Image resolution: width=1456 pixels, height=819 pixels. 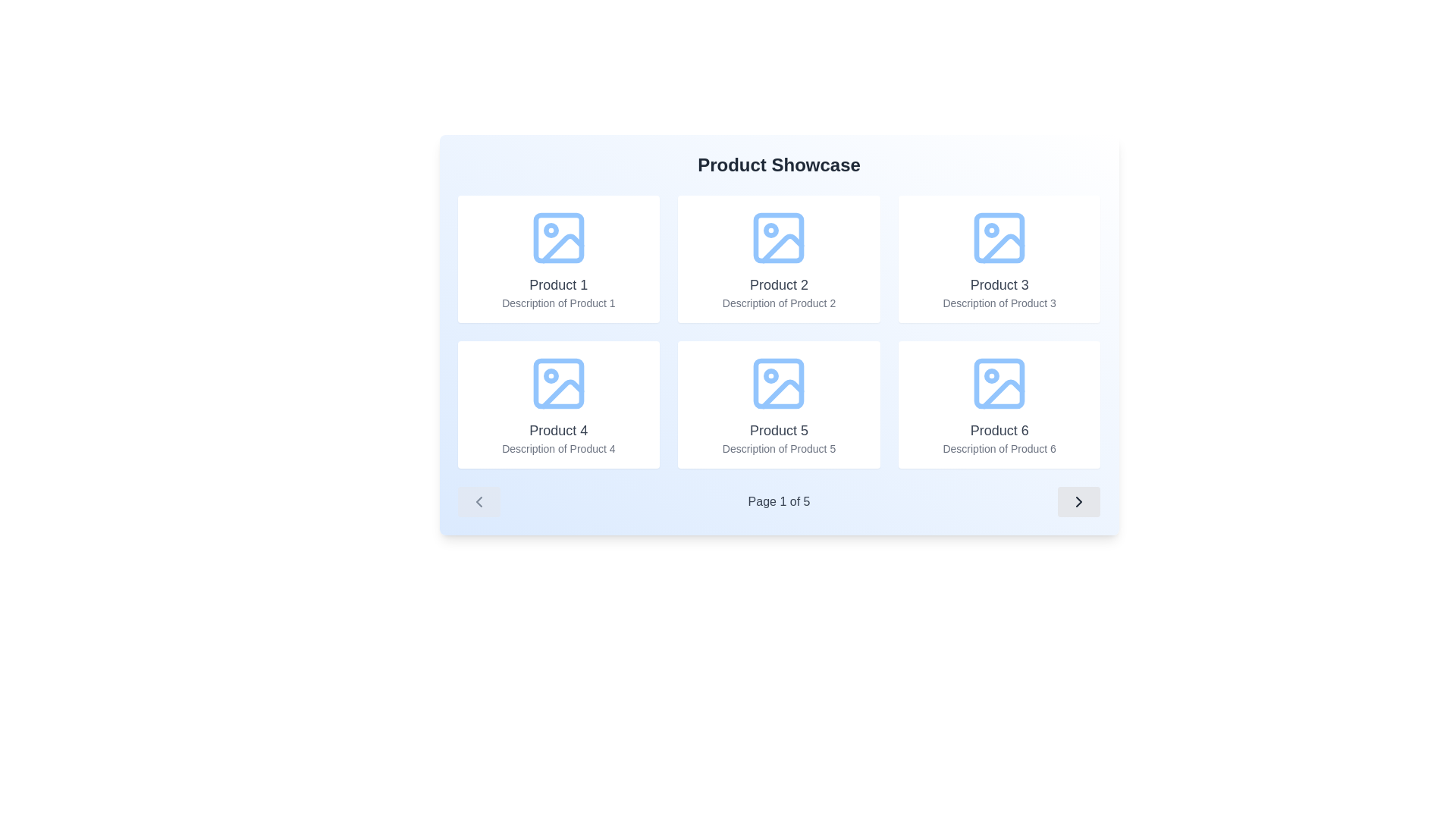 I want to click on the top-left image placeholder icon in the grid below 'Product Showcase', so click(x=557, y=237).